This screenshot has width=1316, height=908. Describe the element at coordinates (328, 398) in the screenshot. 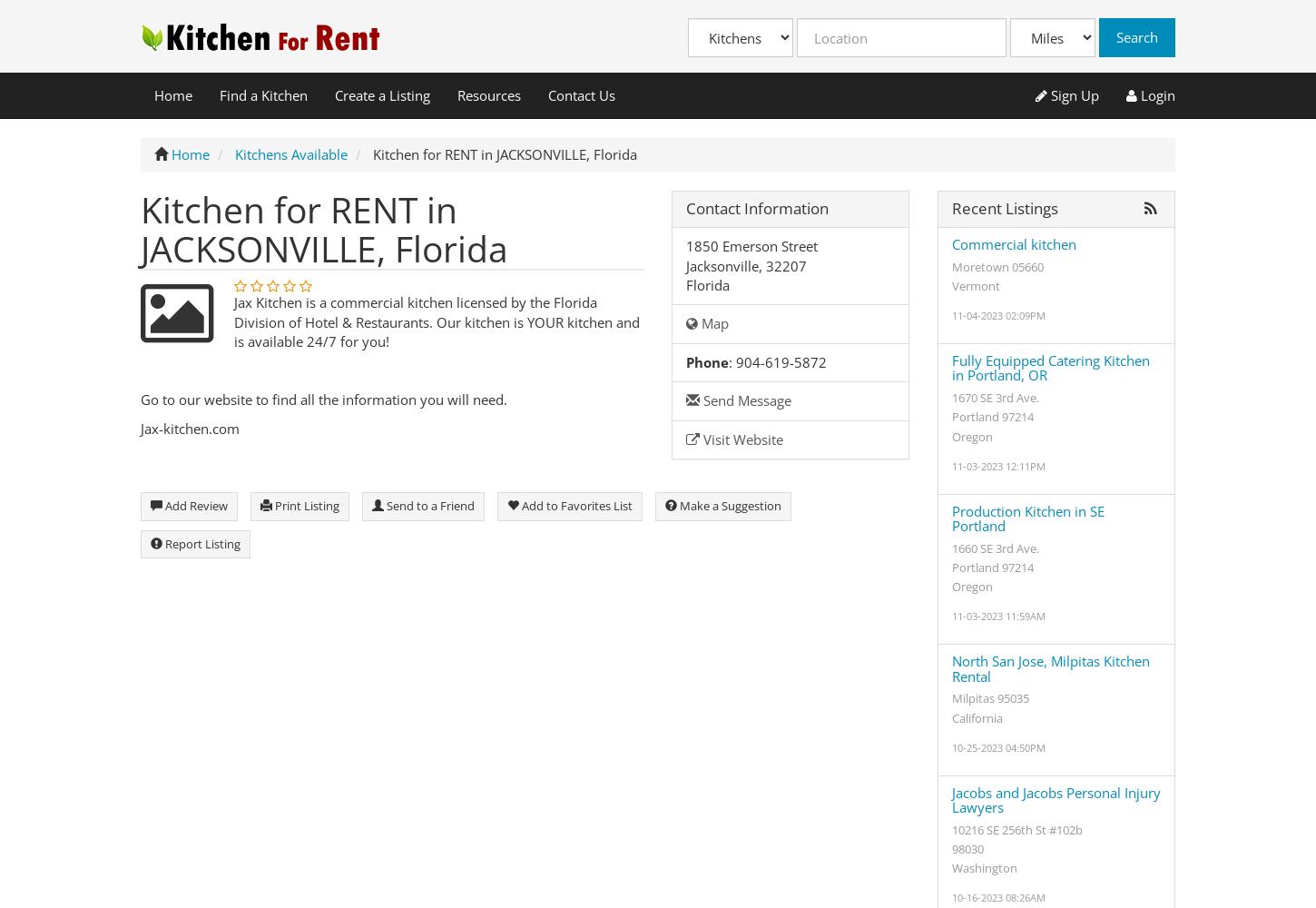

I see `'Go to our website to find all the information you will need.'` at that location.